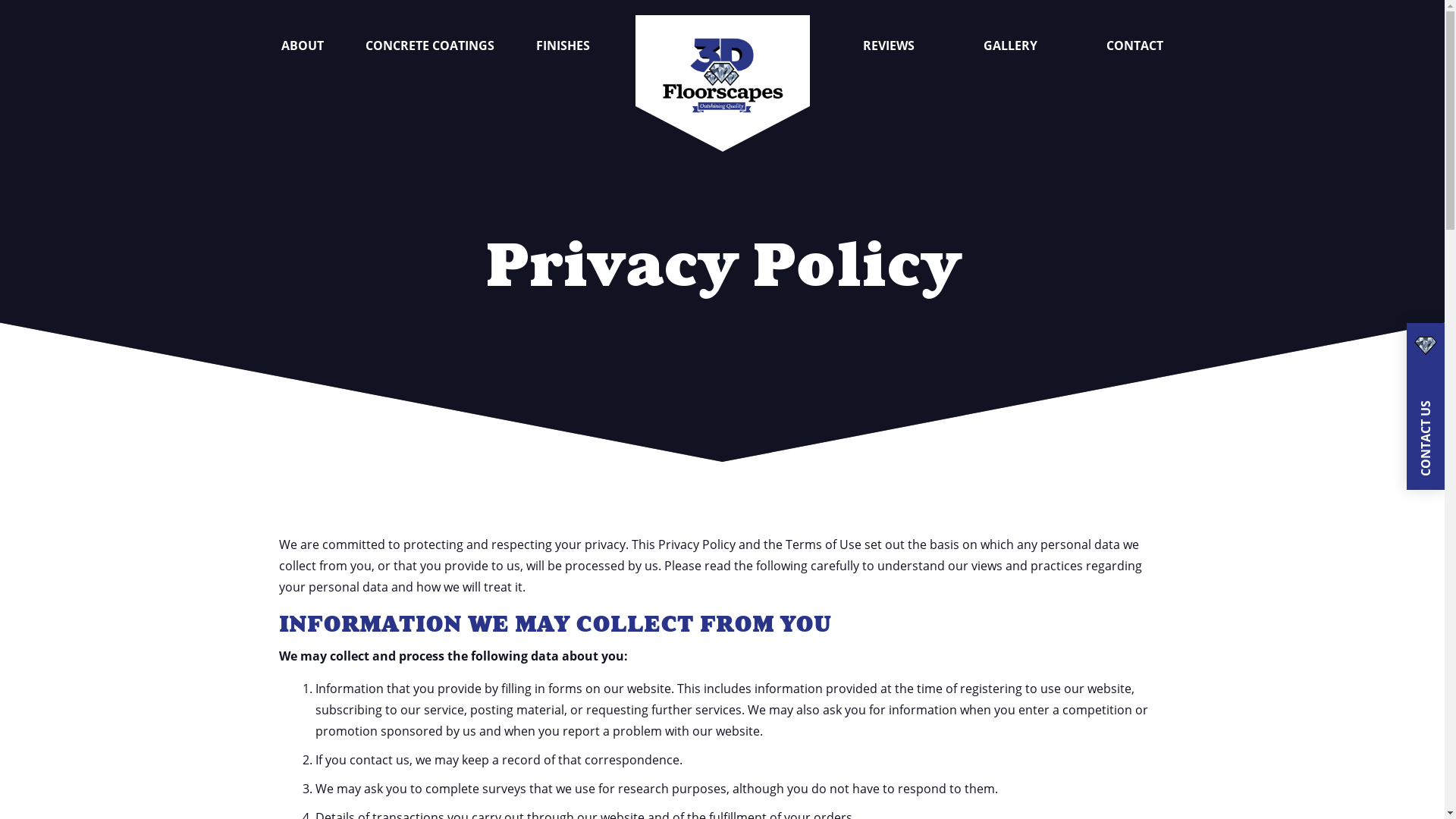 Image resolution: width=1456 pixels, height=819 pixels. What do you see at coordinates (562, 45) in the screenshot?
I see `'FINISHES'` at bounding box center [562, 45].